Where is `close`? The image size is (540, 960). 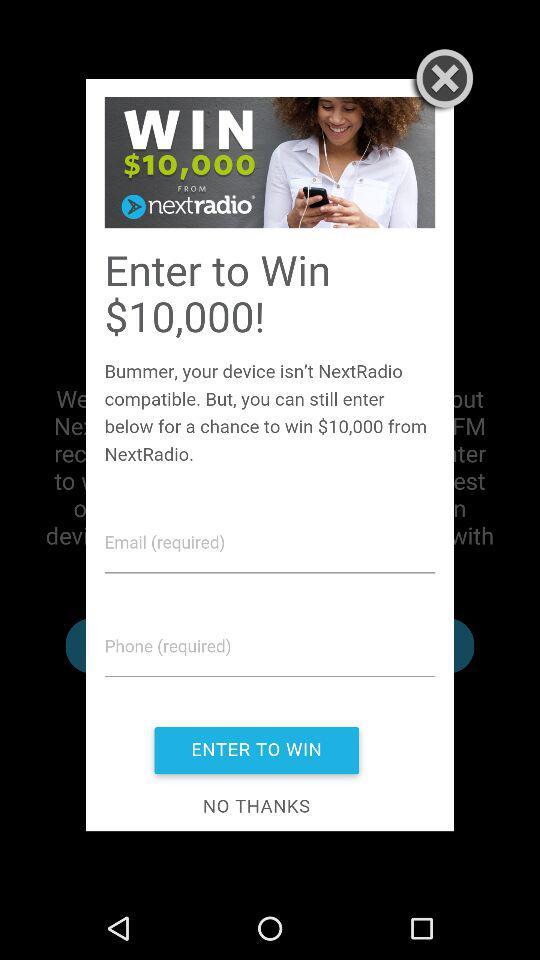
close is located at coordinates (440, 81).